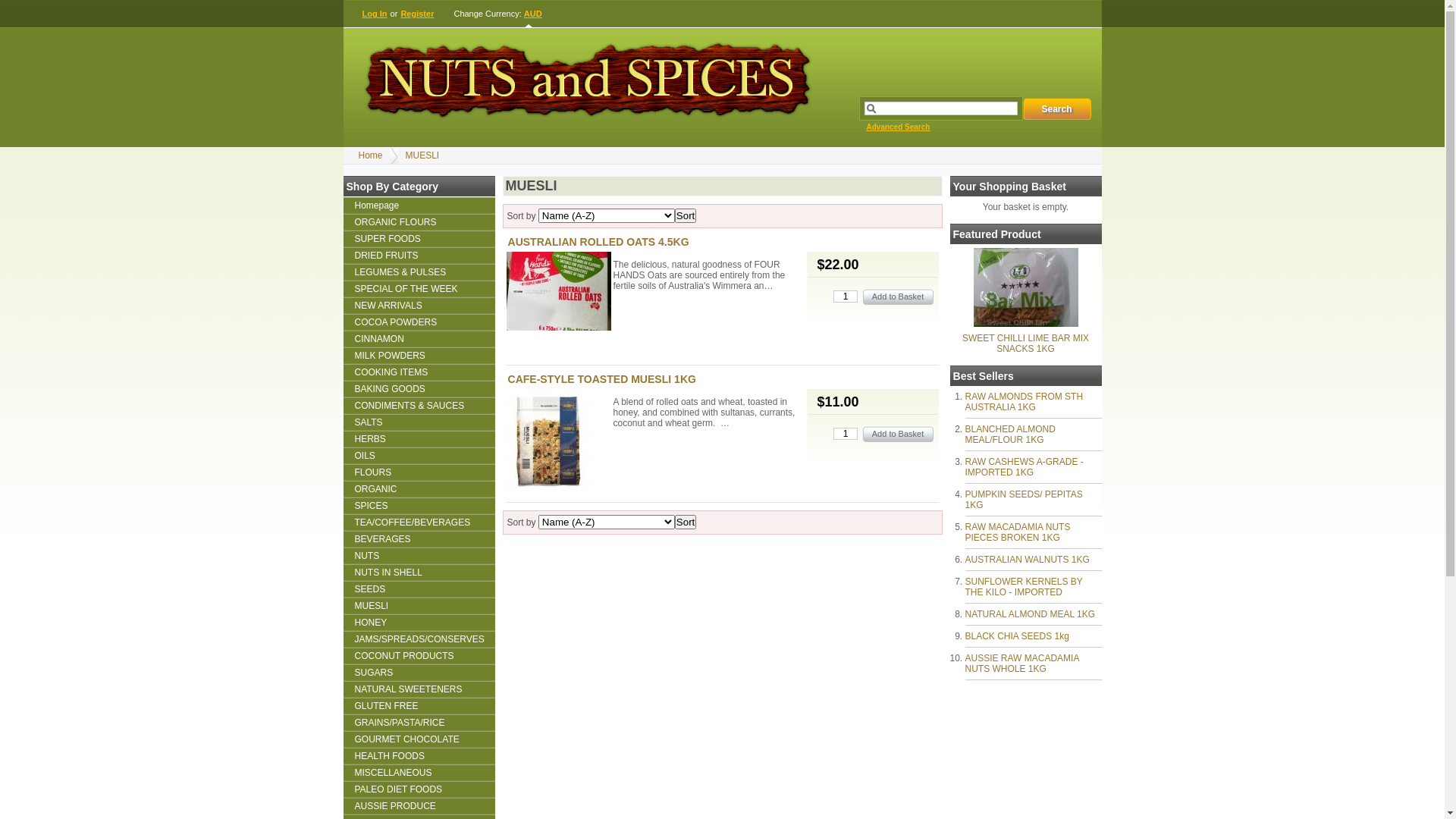 This screenshot has width=1456, height=819. I want to click on 'PUMPKIN SEEDS/ PEPITAS 1KG', so click(1023, 500).